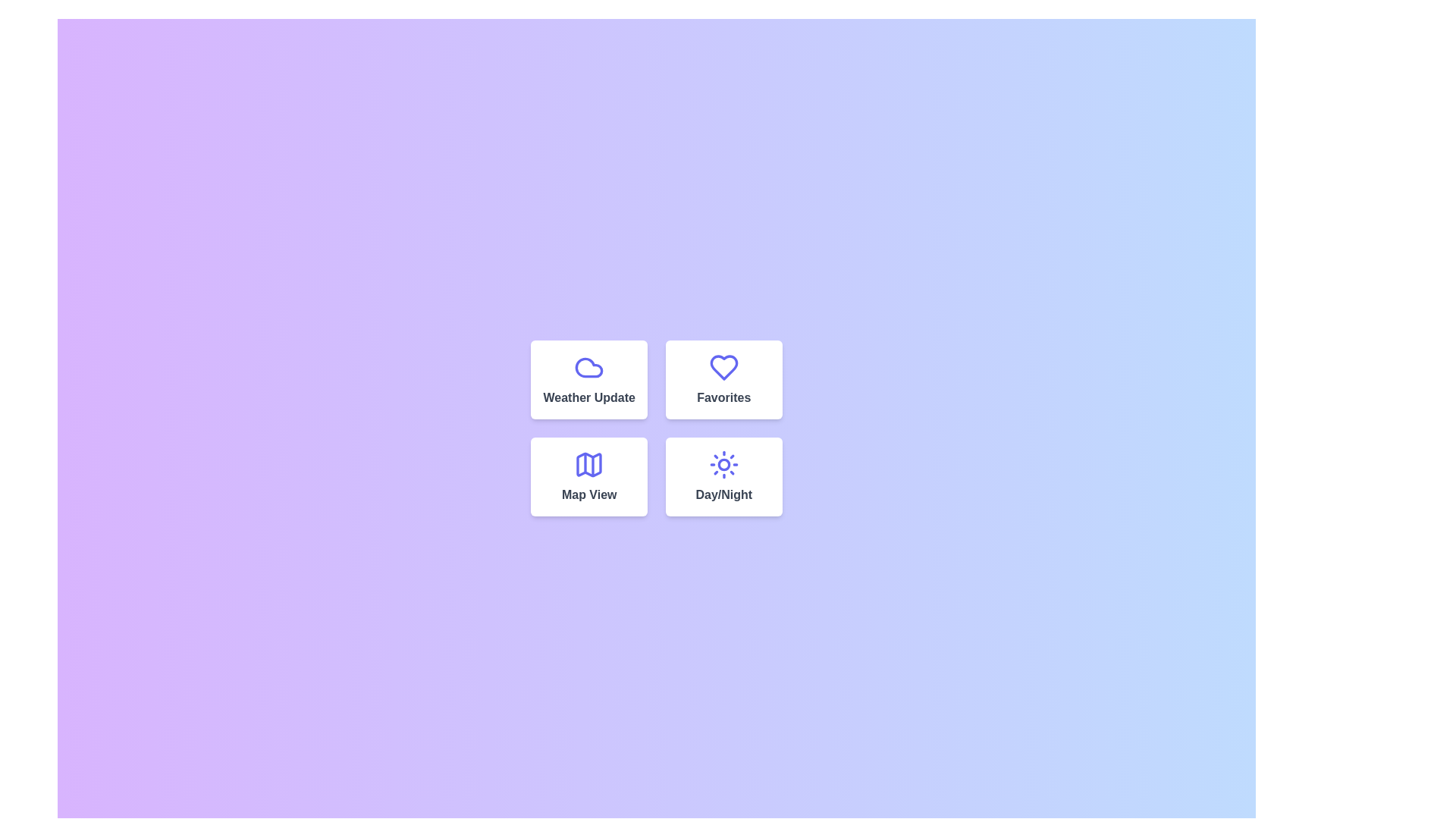 The width and height of the screenshot is (1456, 819). I want to click on the navigation icon representing the 'Map View' functionality, which is located in the lower-left of the grid of cards, centered above the title text, so click(588, 464).